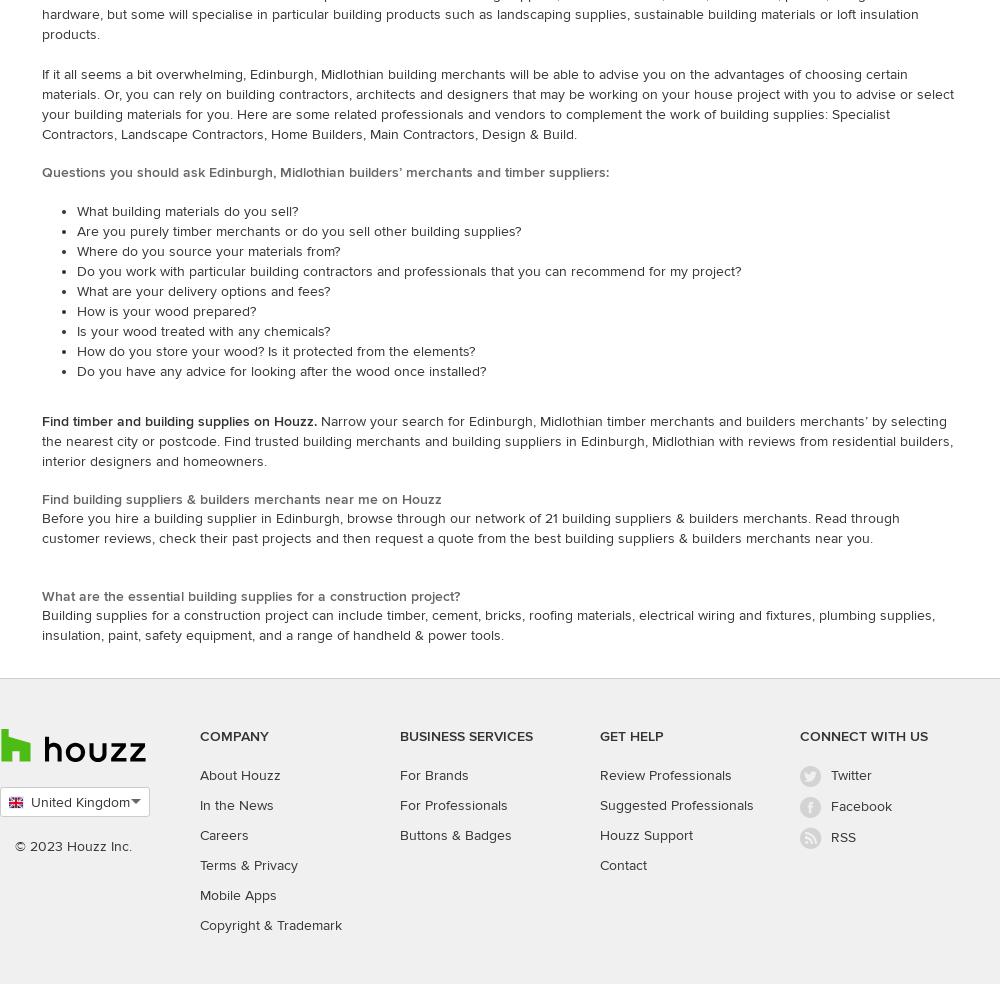  What do you see at coordinates (422, 134) in the screenshot?
I see `'Main Contractors'` at bounding box center [422, 134].